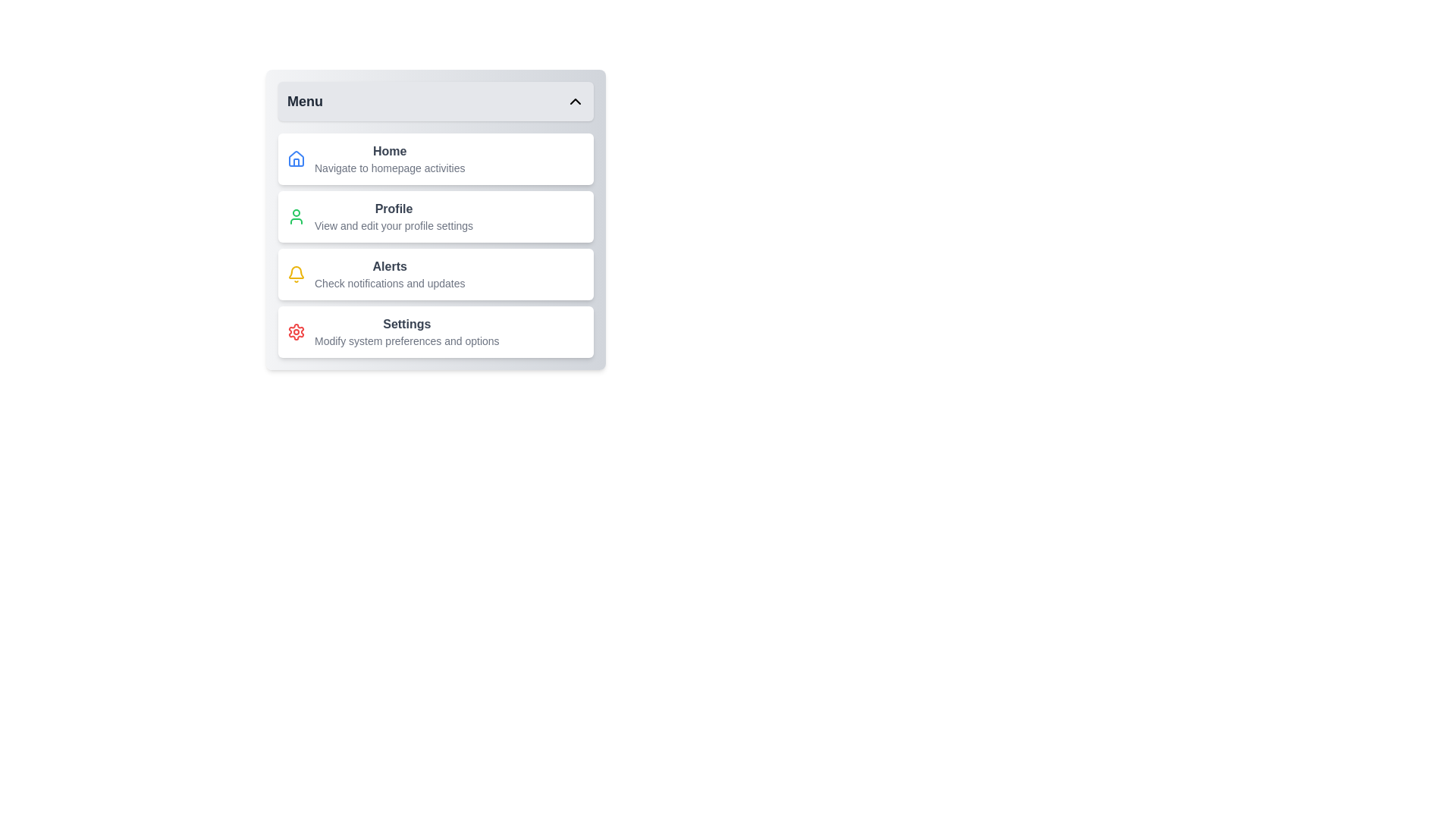  What do you see at coordinates (435, 275) in the screenshot?
I see `the menu item labeled Alerts` at bounding box center [435, 275].